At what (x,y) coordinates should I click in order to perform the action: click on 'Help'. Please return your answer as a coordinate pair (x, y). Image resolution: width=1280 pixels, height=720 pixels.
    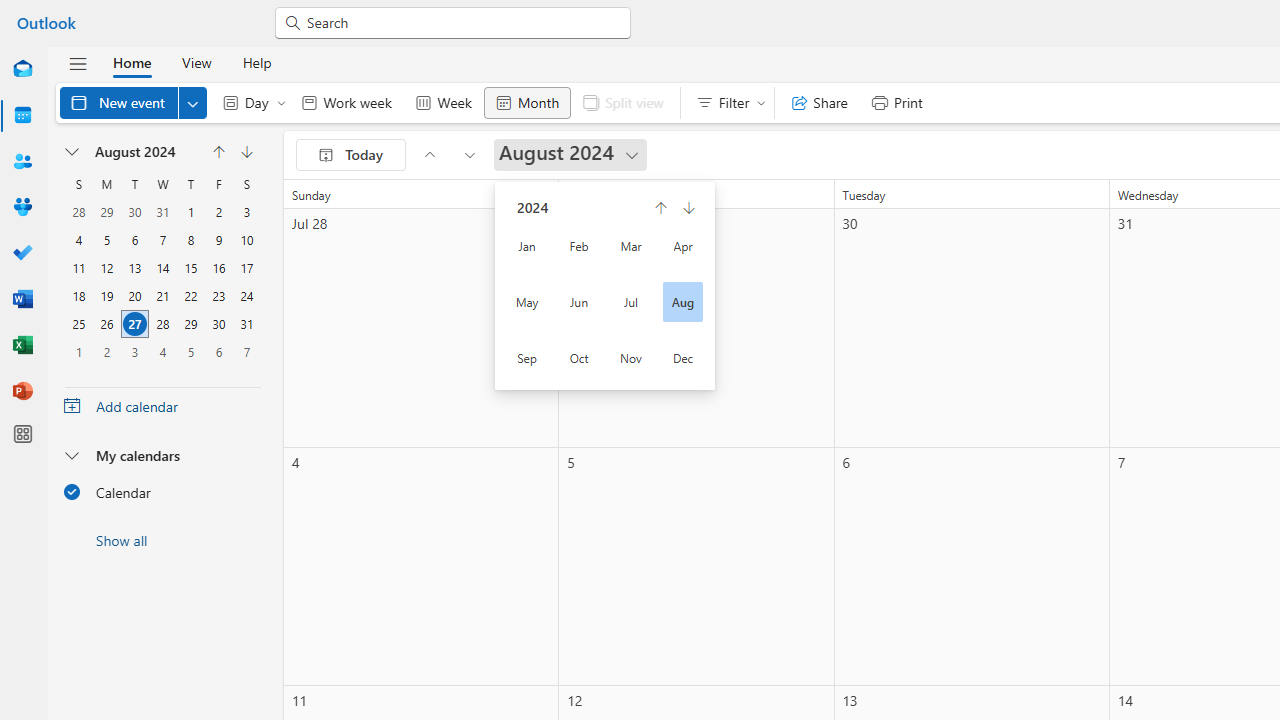
    Looking at the image, I should click on (255, 61).